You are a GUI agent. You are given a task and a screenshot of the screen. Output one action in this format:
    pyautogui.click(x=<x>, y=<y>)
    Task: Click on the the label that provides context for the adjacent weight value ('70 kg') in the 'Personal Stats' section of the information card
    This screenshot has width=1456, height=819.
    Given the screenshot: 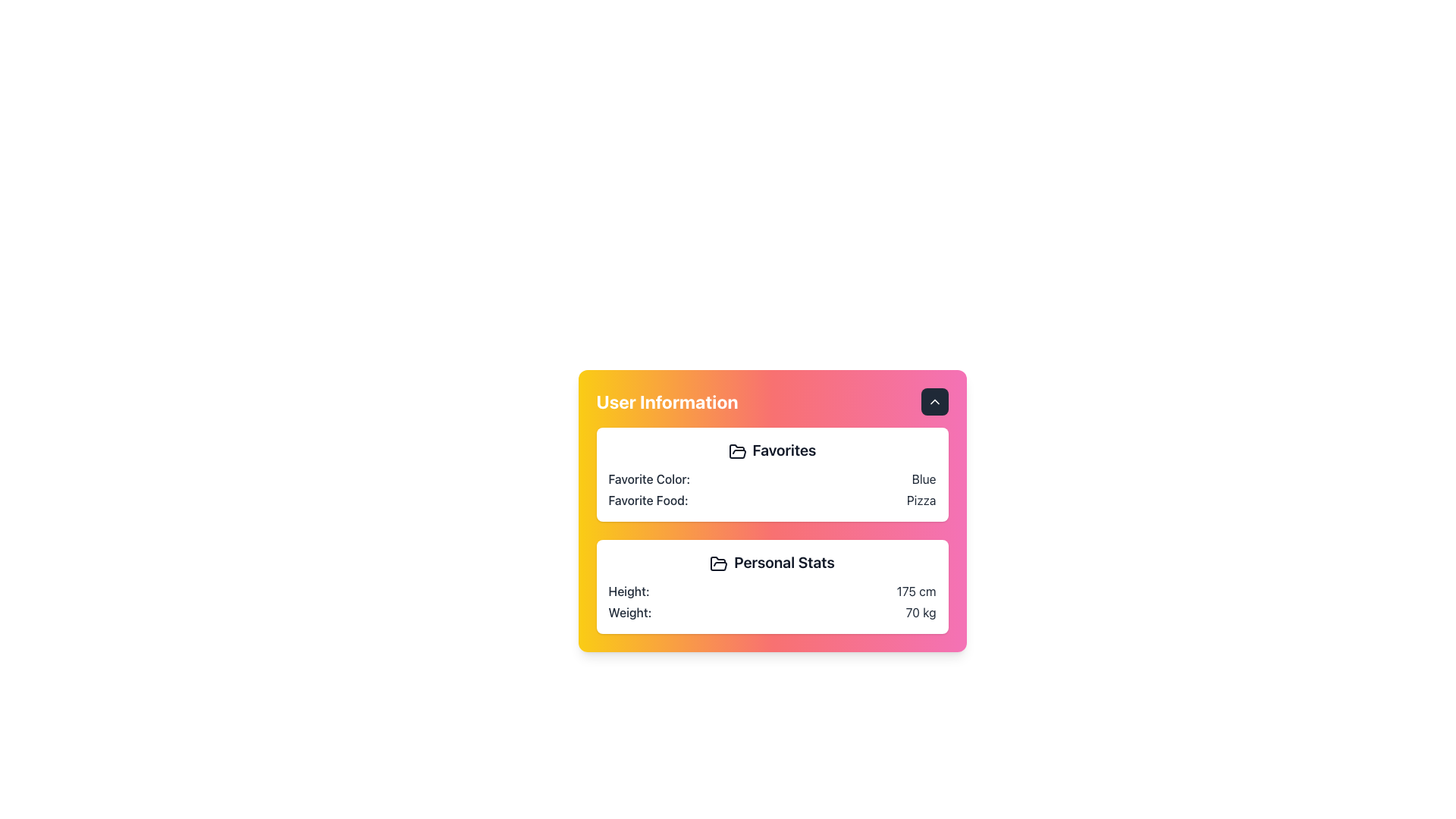 What is the action you would take?
    pyautogui.click(x=629, y=611)
    